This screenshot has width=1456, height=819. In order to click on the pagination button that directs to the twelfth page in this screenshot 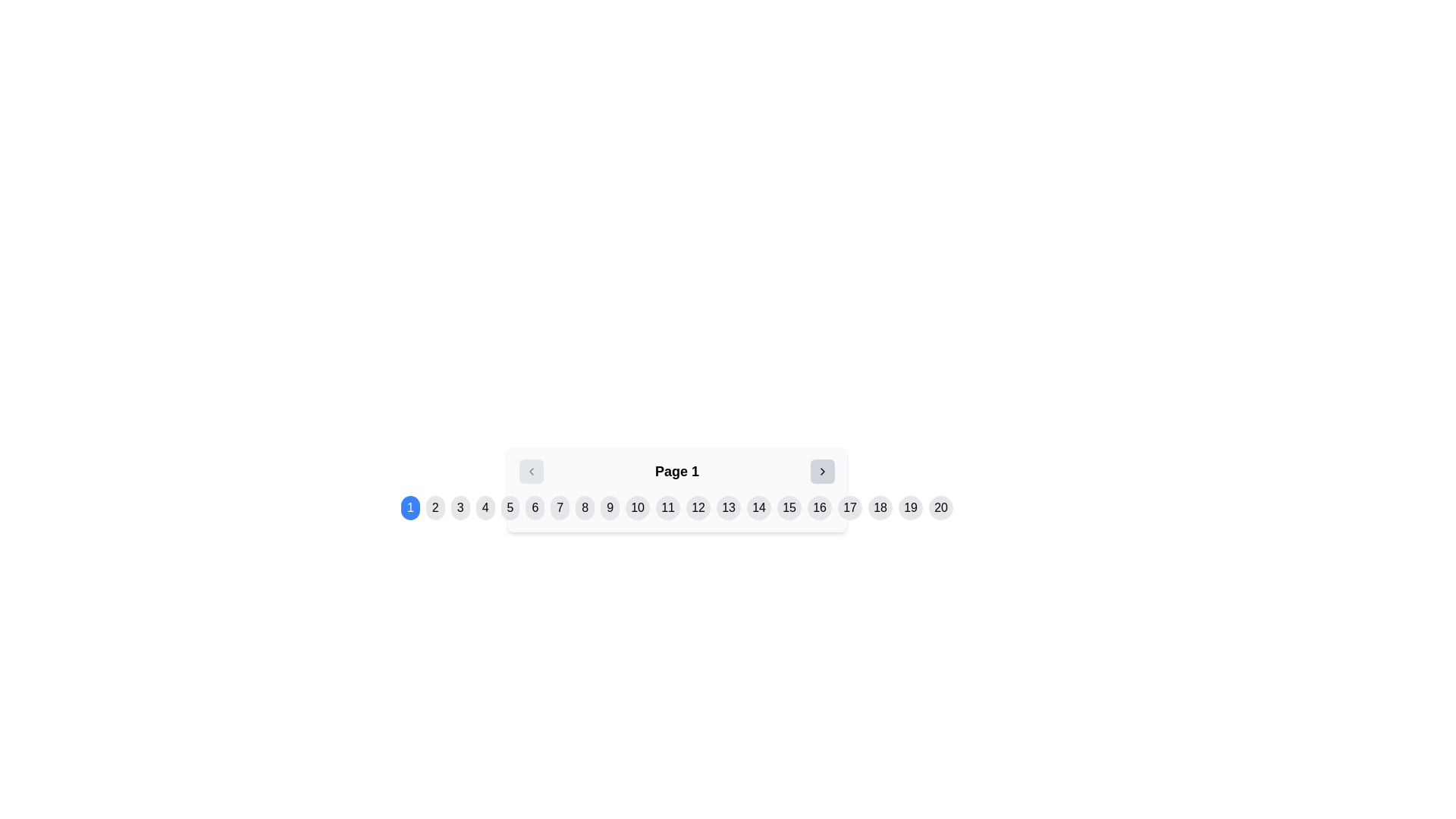, I will do `click(698, 508)`.